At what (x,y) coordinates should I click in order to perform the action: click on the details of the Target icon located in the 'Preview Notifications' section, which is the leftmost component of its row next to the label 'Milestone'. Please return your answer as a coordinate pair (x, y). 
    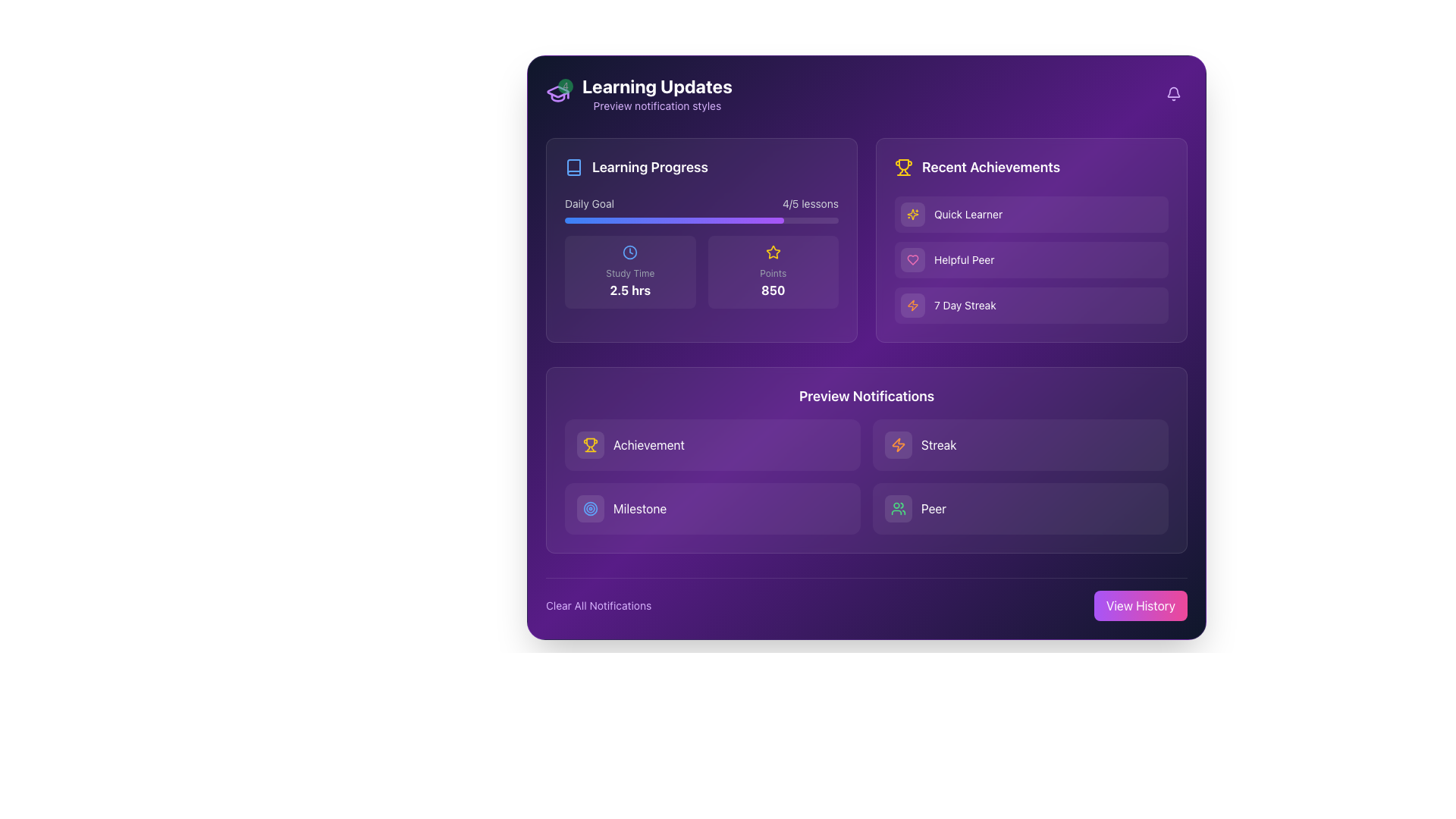
    Looking at the image, I should click on (589, 509).